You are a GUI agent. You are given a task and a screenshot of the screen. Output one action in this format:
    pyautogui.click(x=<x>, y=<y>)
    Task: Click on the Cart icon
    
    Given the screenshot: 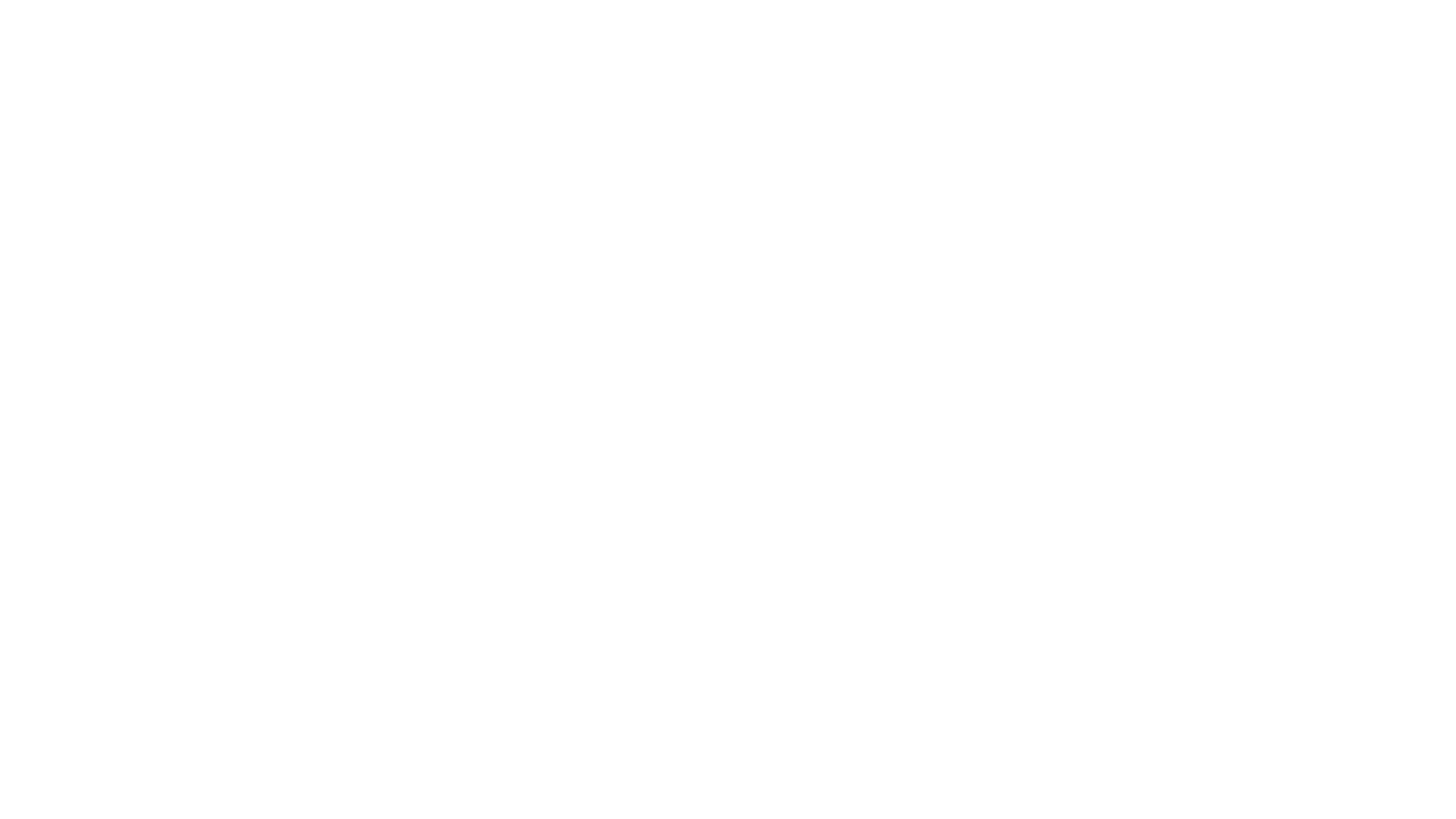 What is the action you would take?
    pyautogui.click(x=1182, y=42)
    